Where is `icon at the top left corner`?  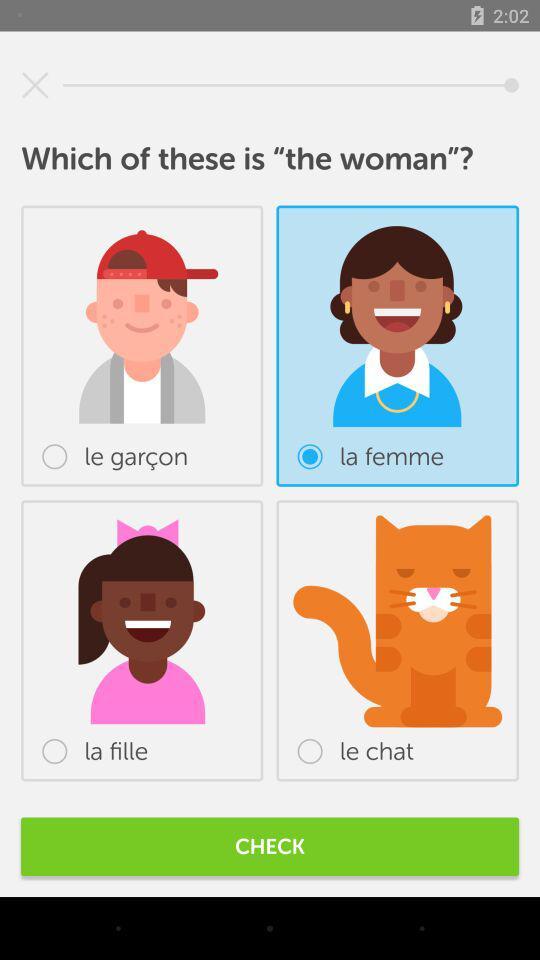 icon at the top left corner is located at coordinates (35, 85).